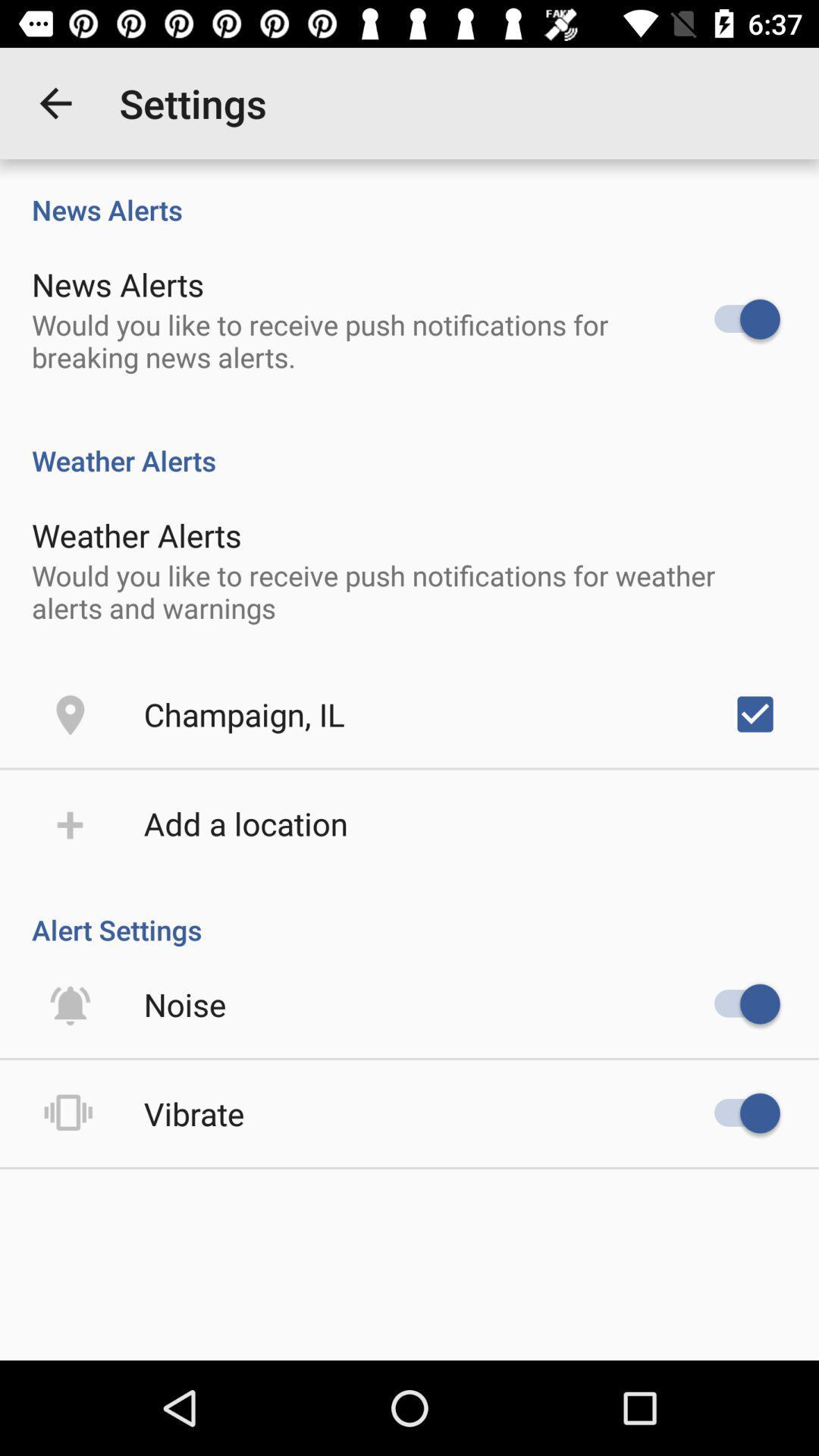 This screenshot has height=1456, width=819. Describe the element at coordinates (243, 713) in the screenshot. I see `the champaign, il` at that location.